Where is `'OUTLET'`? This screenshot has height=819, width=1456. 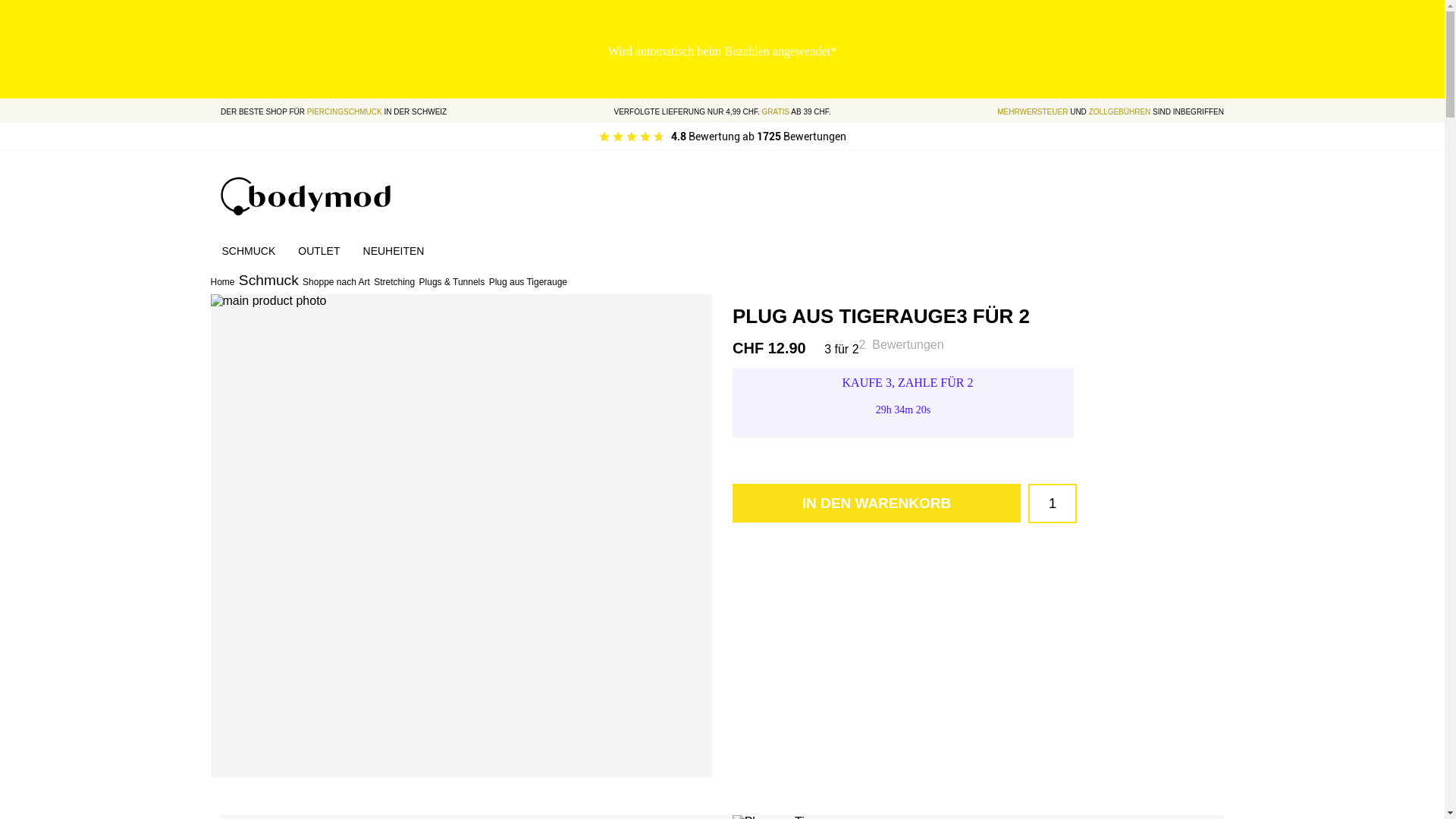
'OUTLET' is located at coordinates (318, 250).